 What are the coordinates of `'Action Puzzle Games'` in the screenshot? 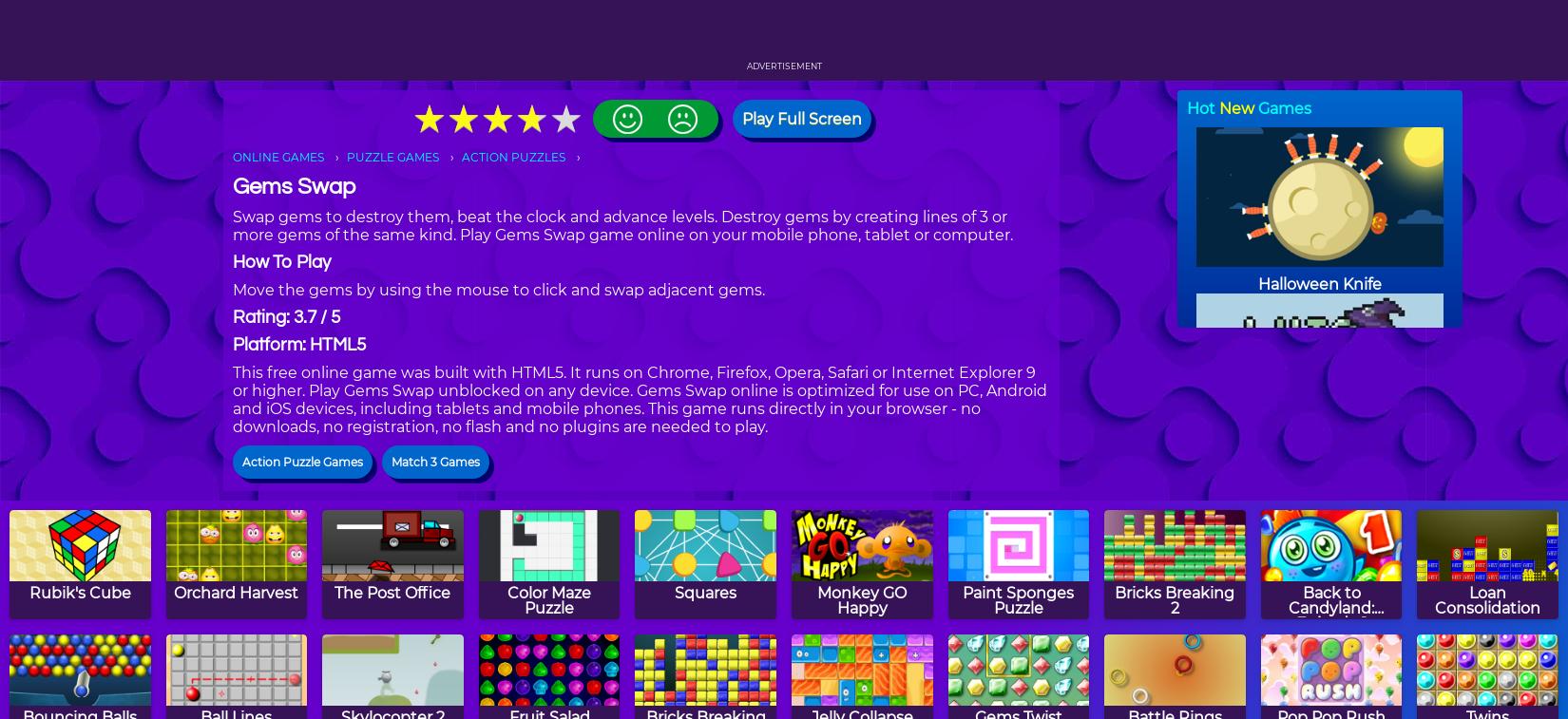 It's located at (302, 462).